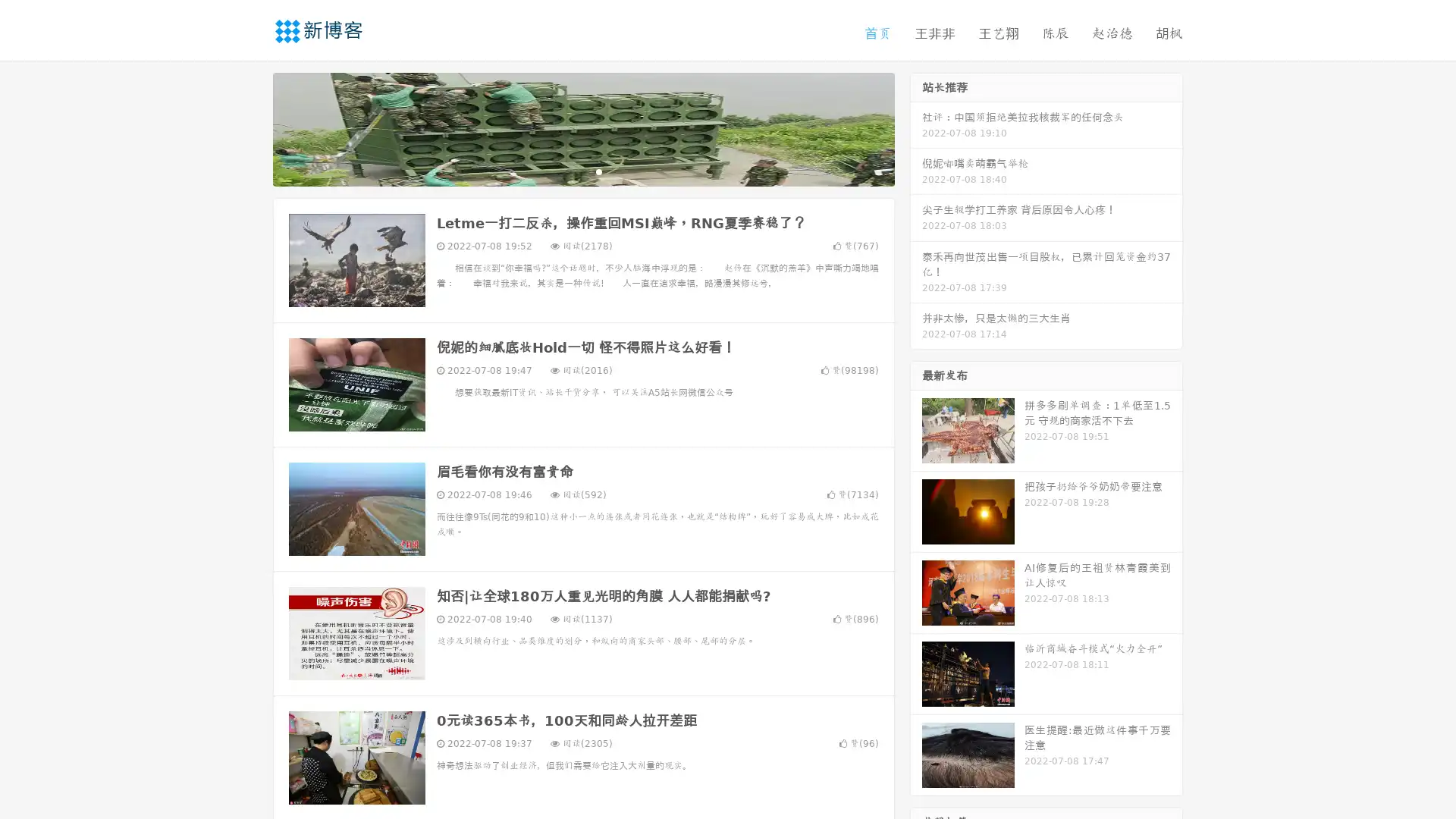 The width and height of the screenshot is (1456, 819). Describe the element at coordinates (582, 171) in the screenshot. I see `Go to slide 2` at that location.